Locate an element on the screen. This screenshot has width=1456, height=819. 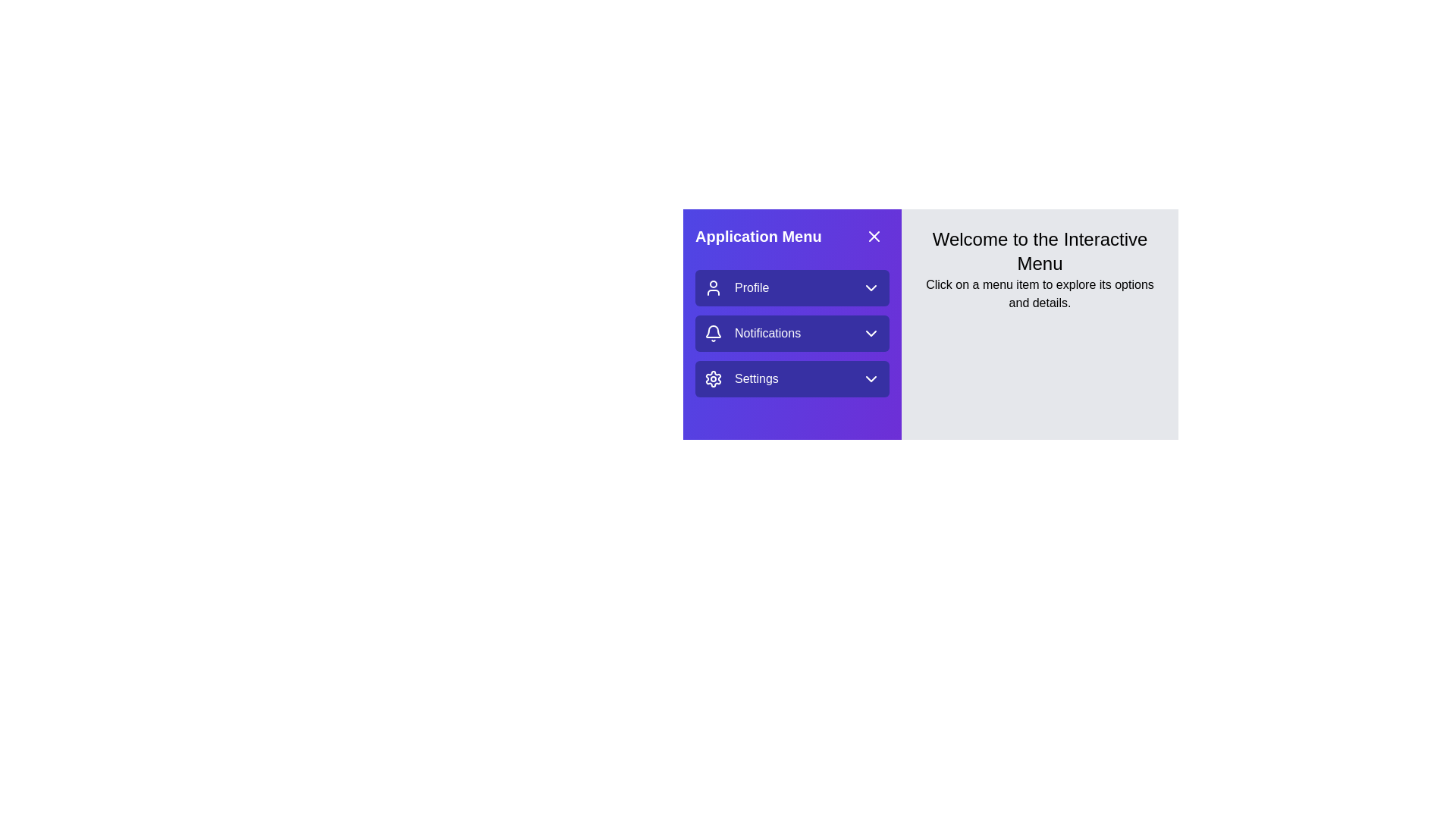
the static text label representing the notifications option in the application menu, which is positioned to the right of the bell icon and to the left of the dropdown icon is located at coordinates (767, 332).